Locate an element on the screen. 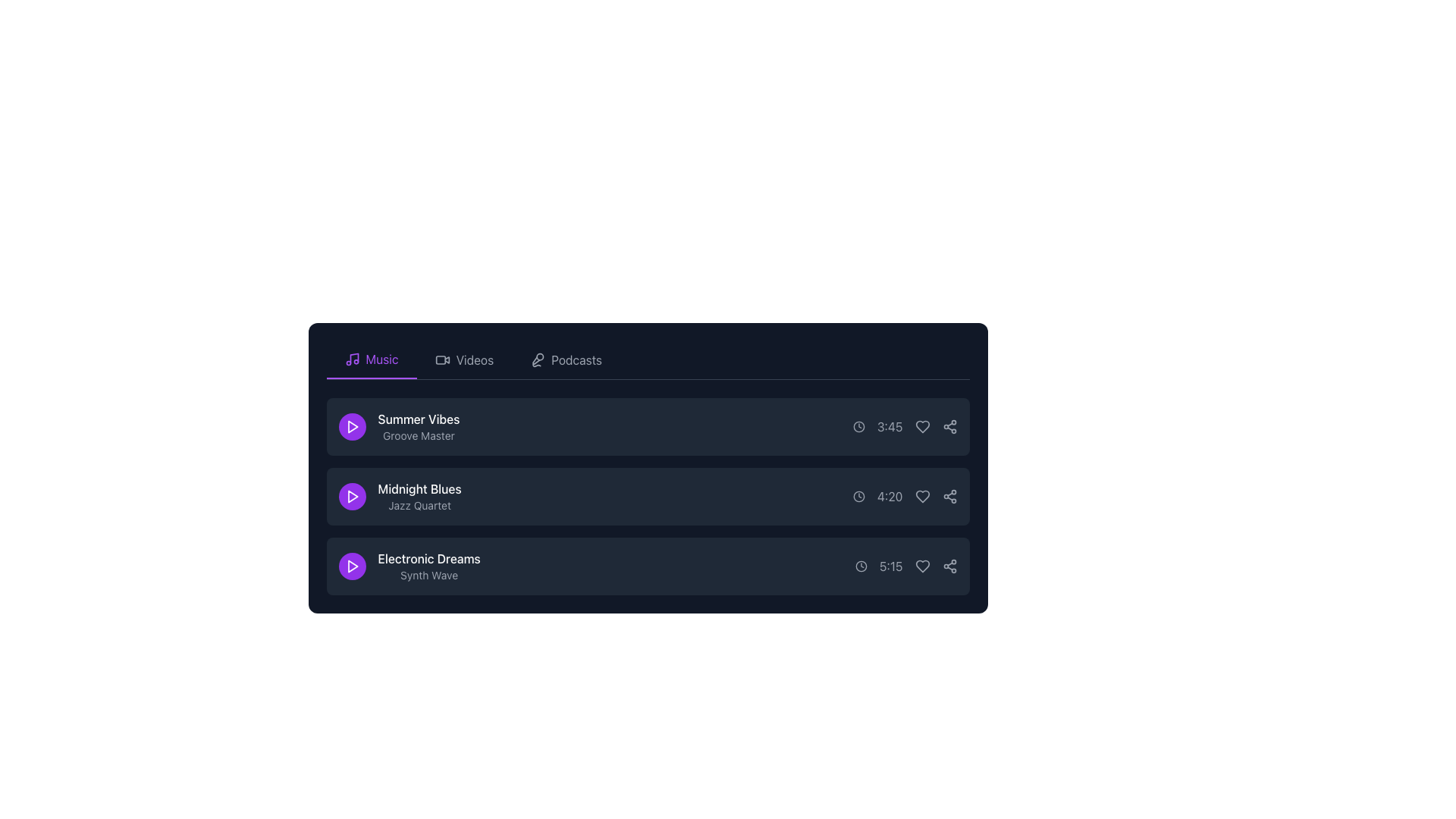  descriptive text of the media item titled 'Electronic Dreams' with genre 'Synth Wave', which is the third item in the 'Music' section is located at coordinates (409, 566).